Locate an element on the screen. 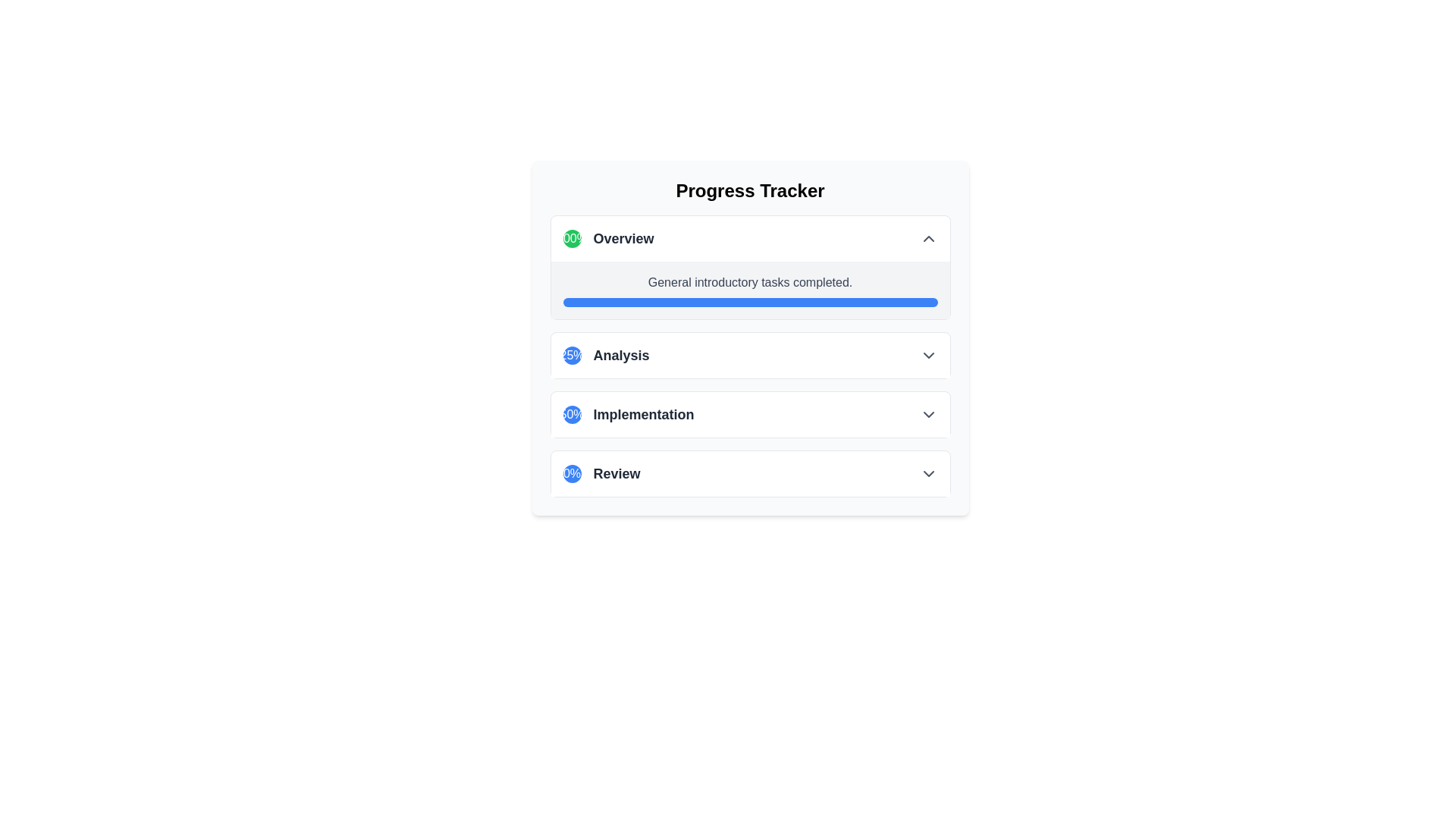 The height and width of the screenshot is (819, 1456). the static informational display showing a blue circular badge with '0%' and the word 'Review' in bold dark gray text, located within the 'Progress Tracker' card below the 'Implementation' item is located at coordinates (601, 472).